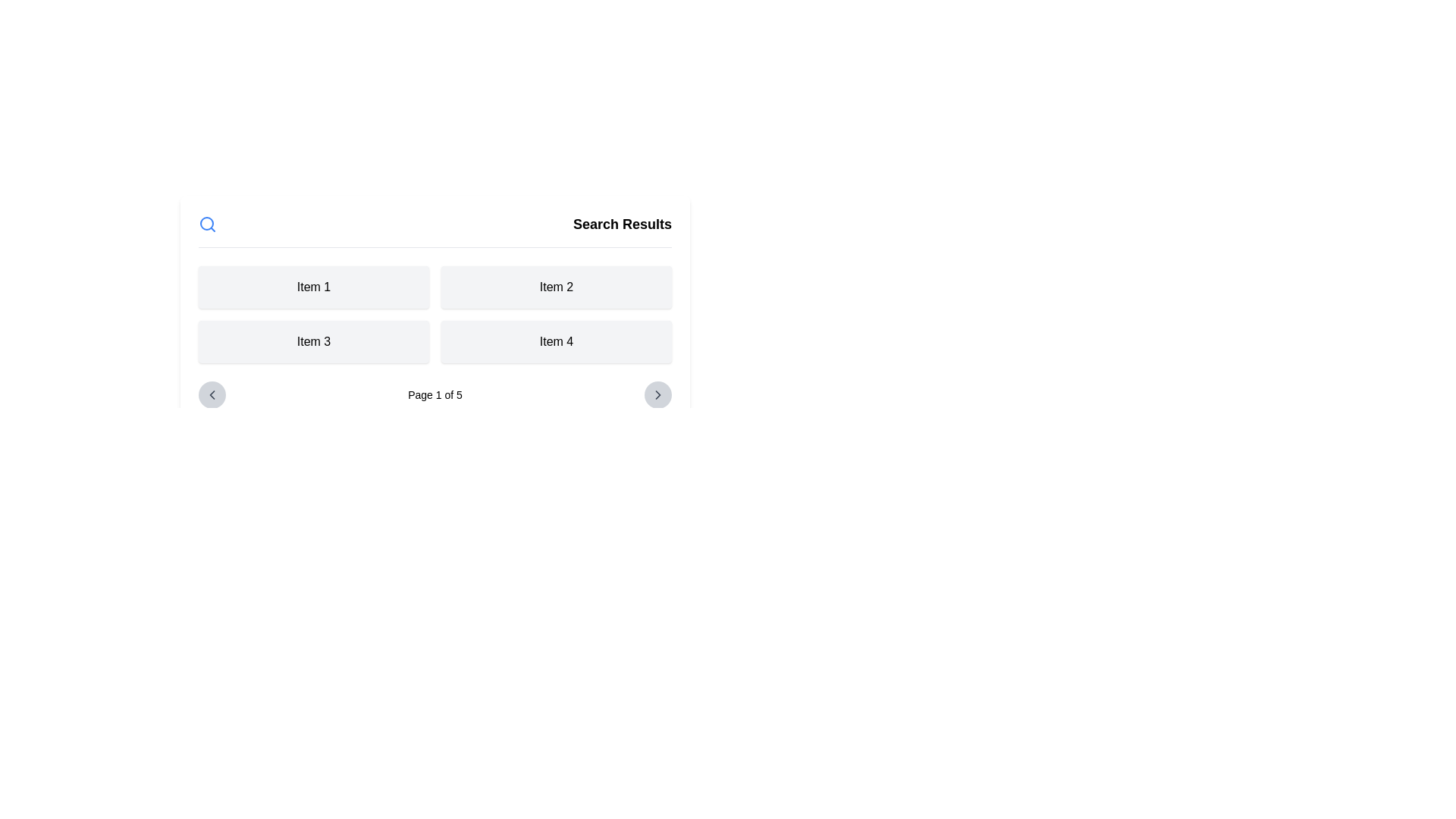 Image resolution: width=1456 pixels, height=819 pixels. I want to click on the circular button with a light gray background and a rightward-pointing chevron icon, so click(658, 394).